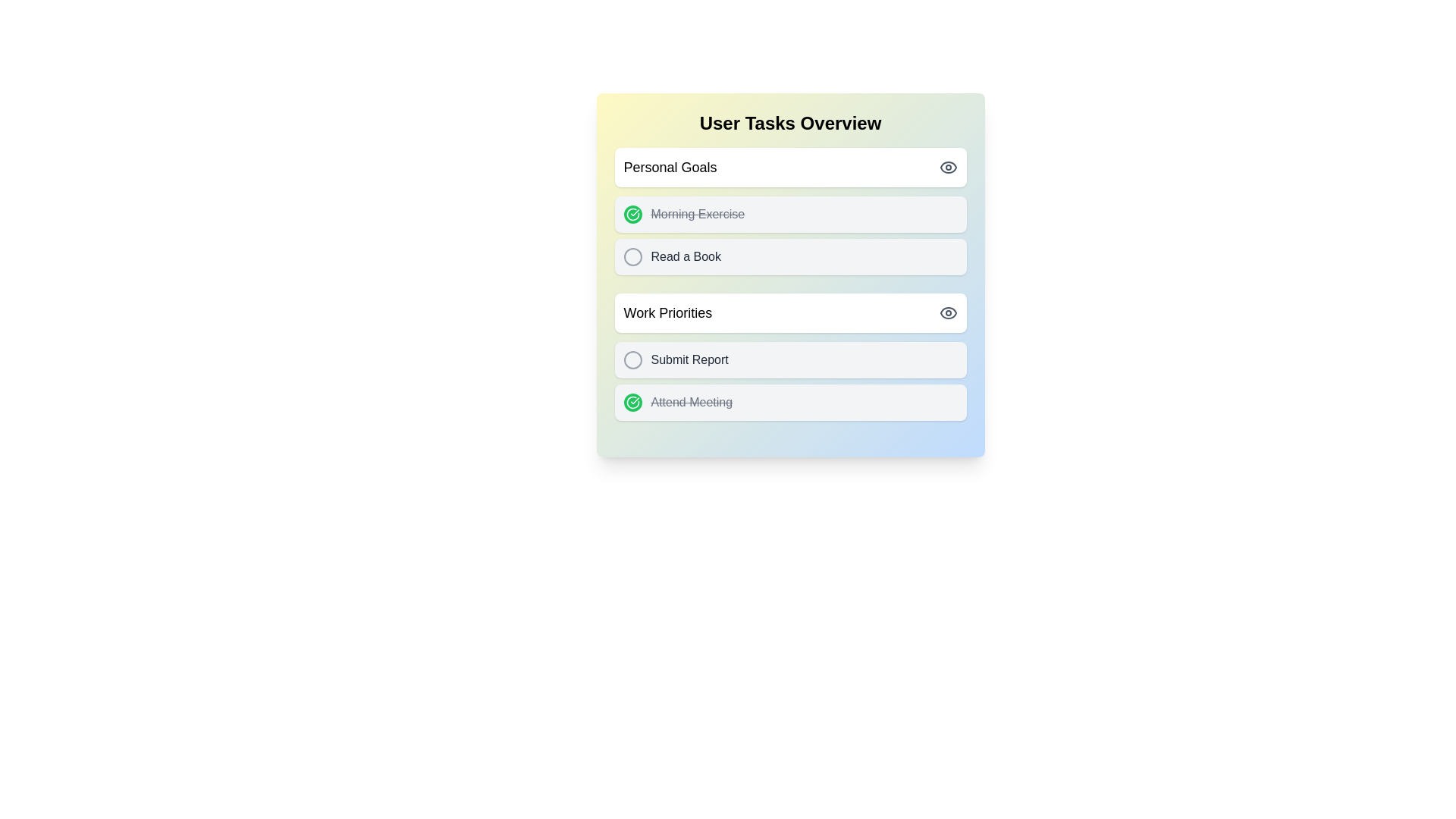 The width and height of the screenshot is (1456, 819). Describe the element at coordinates (947, 167) in the screenshot. I see `on the outline-style eye icon located in the top-right corner of the 'Personal Goals' section, which features a central filled circle and an oval shape in a neutral gray color scheme` at that location.